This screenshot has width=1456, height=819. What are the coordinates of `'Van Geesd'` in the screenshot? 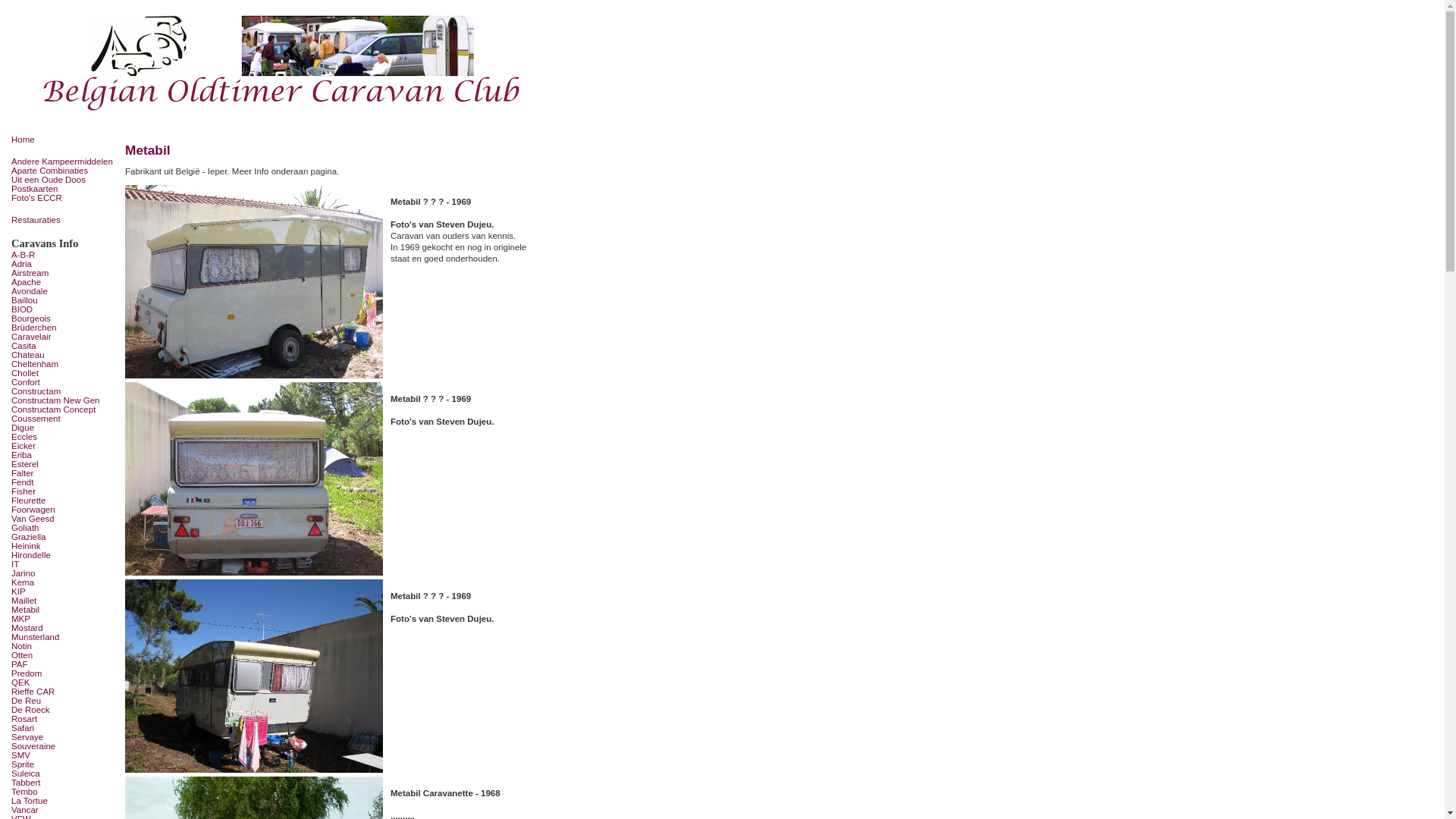 It's located at (64, 517).